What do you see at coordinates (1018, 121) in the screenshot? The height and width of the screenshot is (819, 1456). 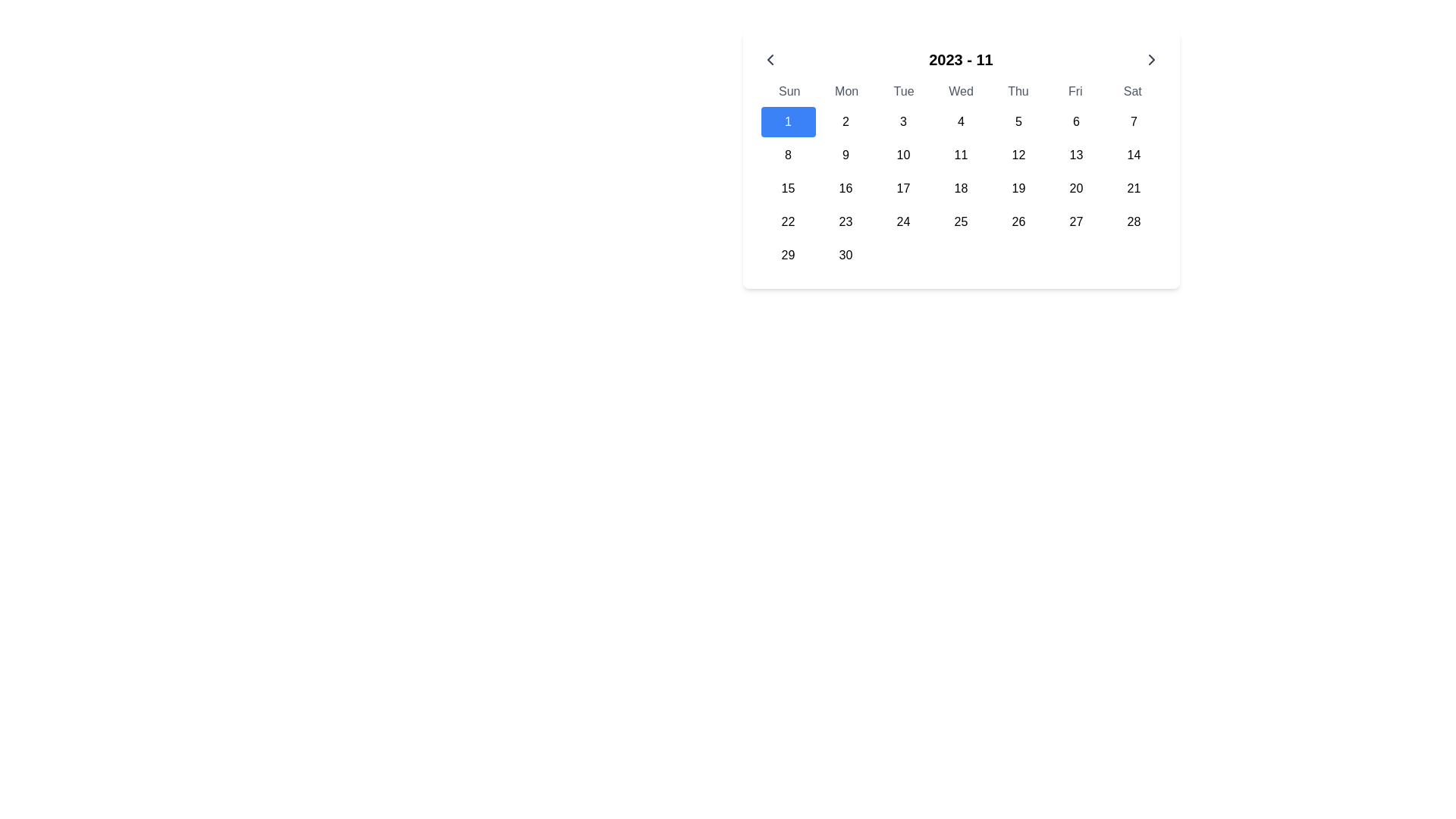 I see `the rectangular button representing the number '5' with a white background and rounded corners` at bounding box center [1018, 121].